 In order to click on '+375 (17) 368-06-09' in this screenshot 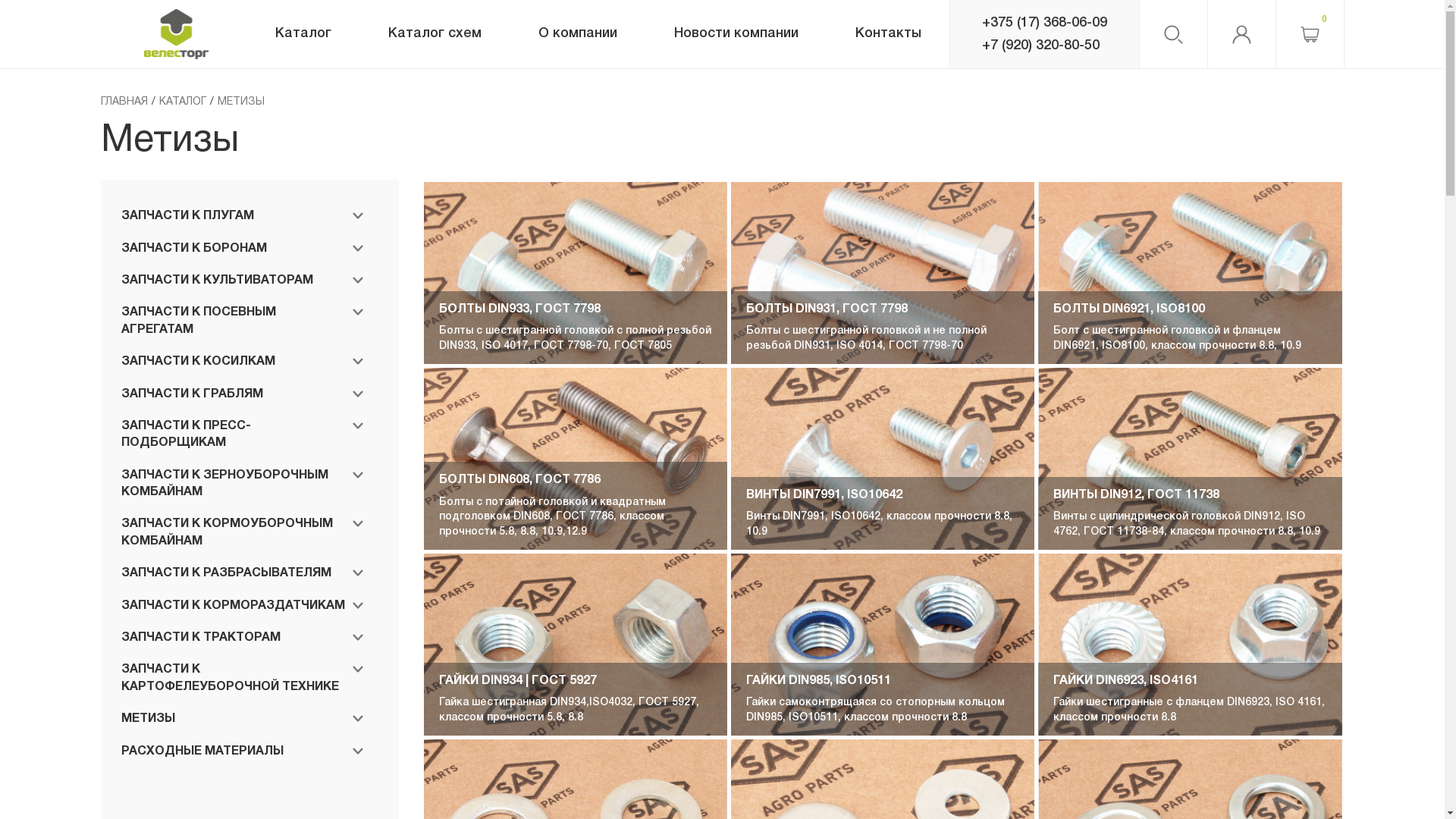, I will do `click(1043, 23)`.